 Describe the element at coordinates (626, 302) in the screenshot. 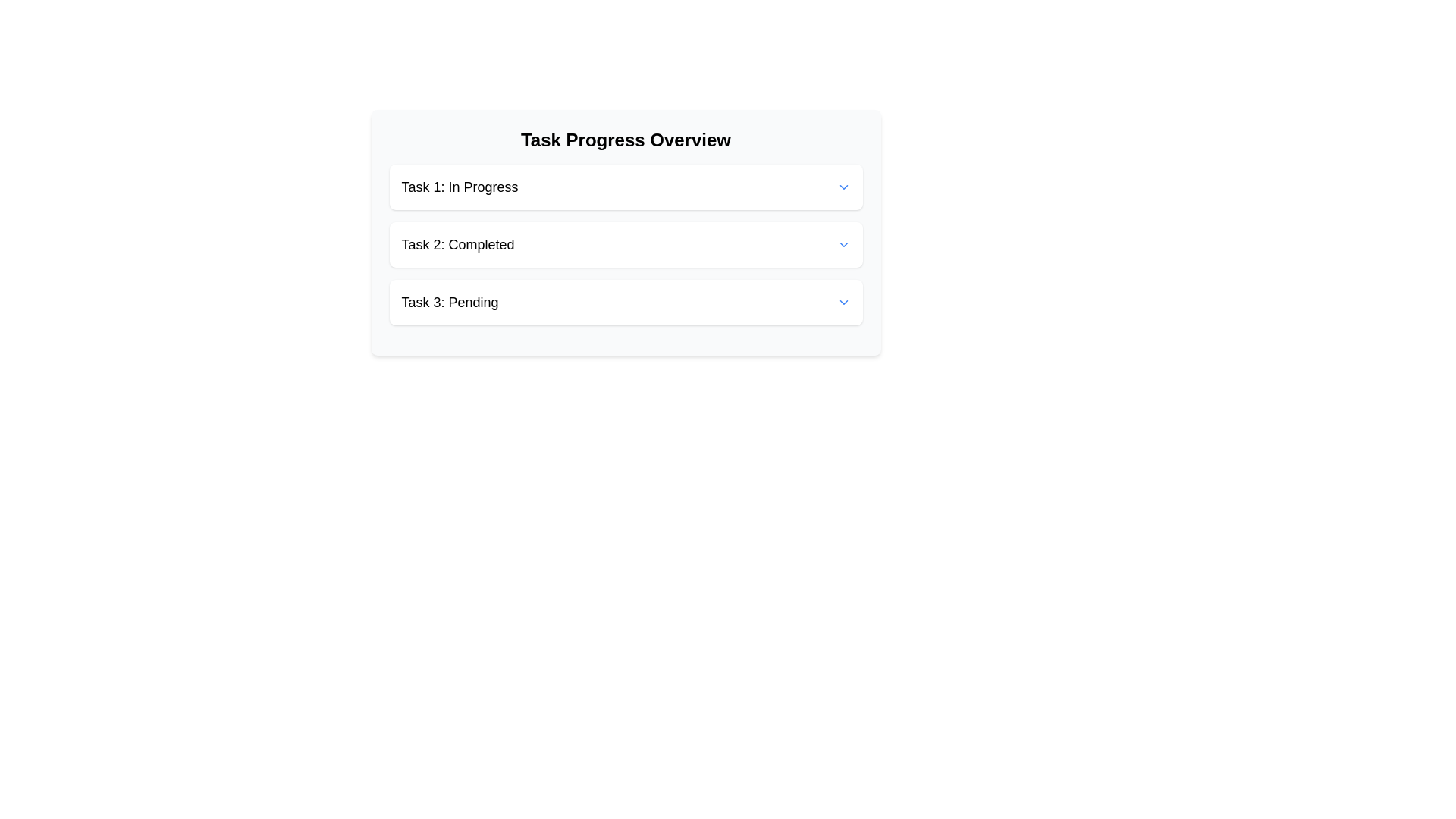

I see `the 'Task 3: Pending' dropdown menu element, which is the third item in the 'Task Progress Overview' section` at that location.